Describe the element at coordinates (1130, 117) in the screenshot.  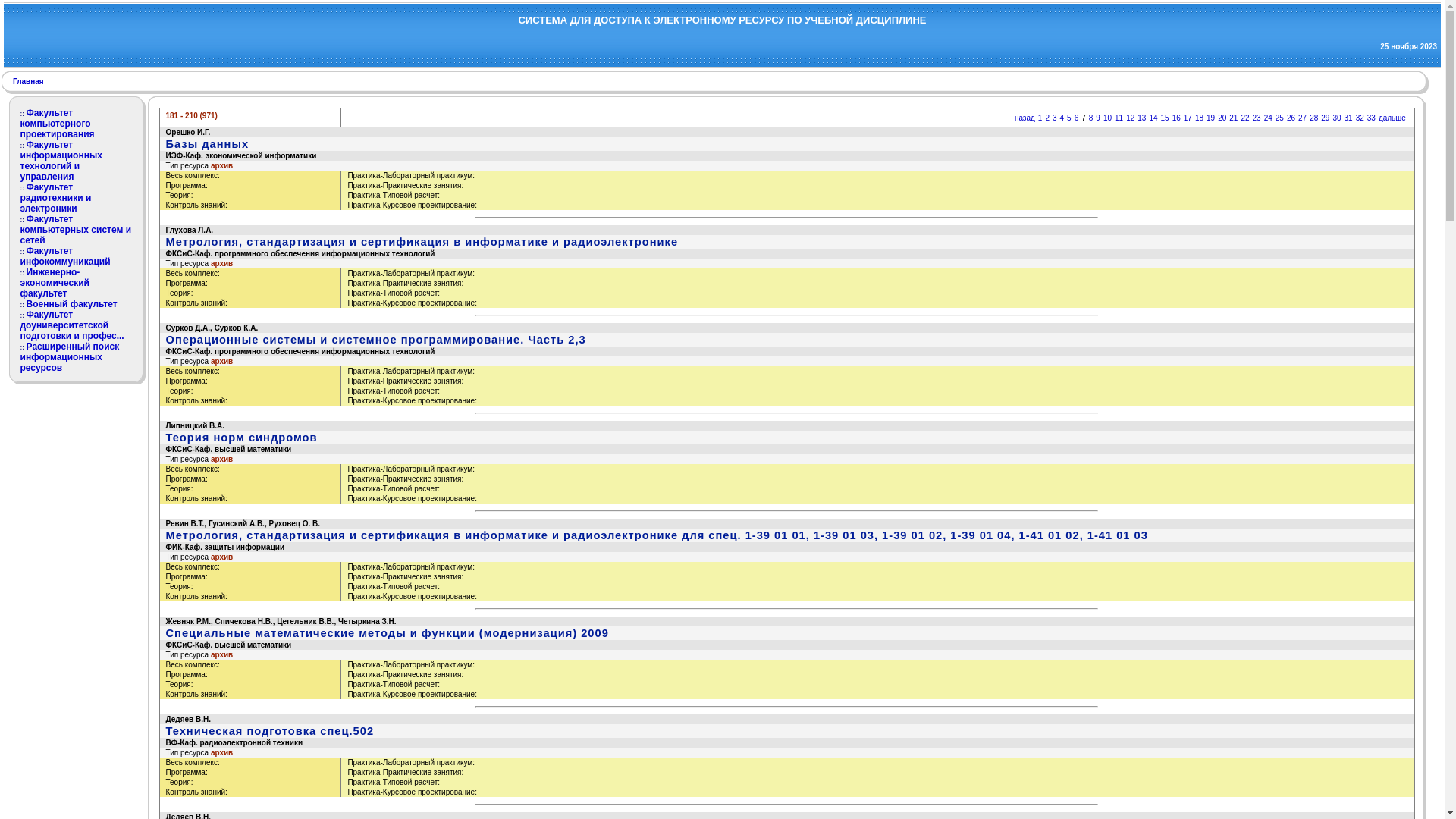
I see `'12'` at that location.